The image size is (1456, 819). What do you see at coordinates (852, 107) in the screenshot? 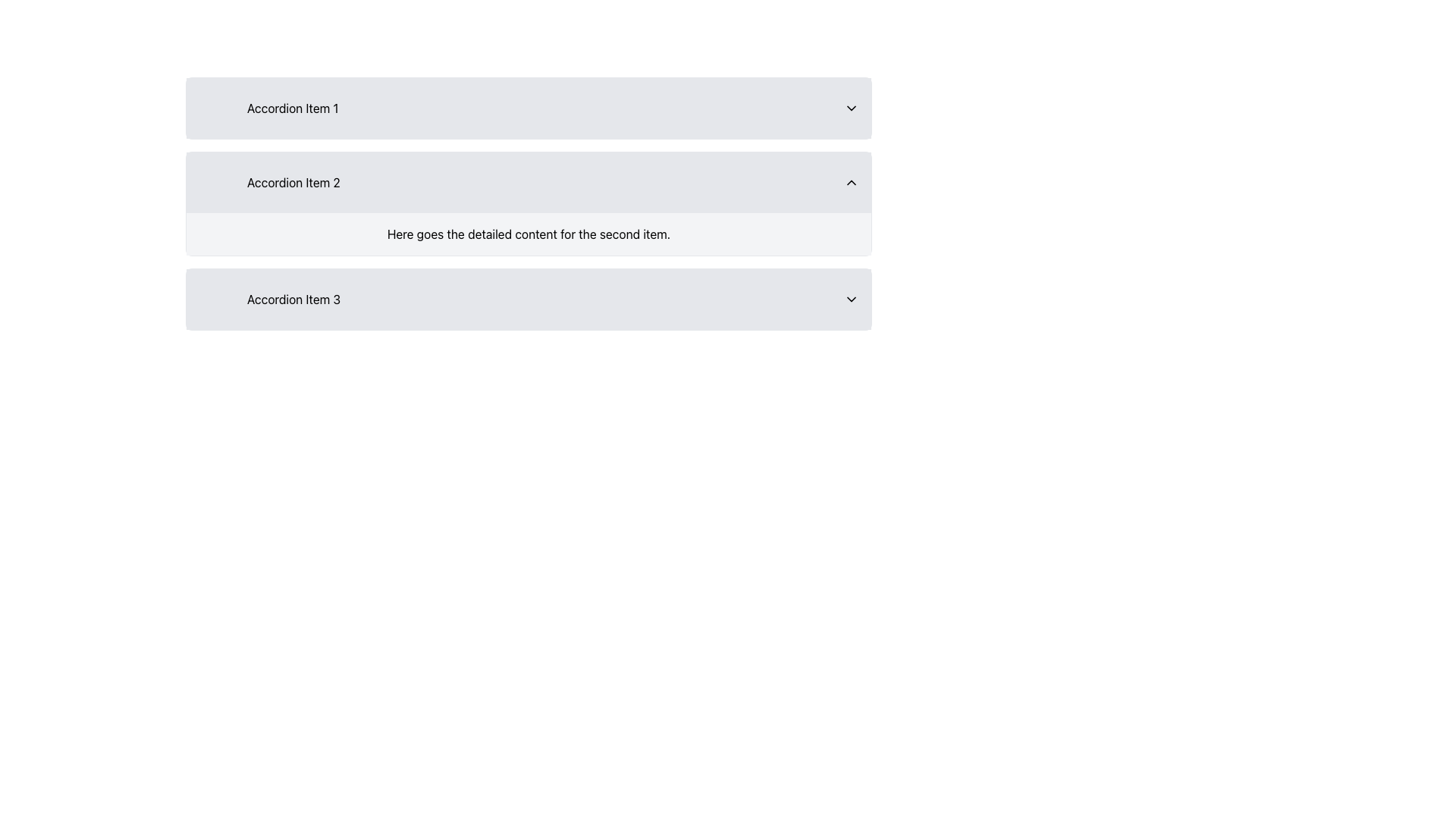
I see `the chevron-down icon in the first accordion header labeled 'Accordion Item 1'` at bounding box center [852, 107].